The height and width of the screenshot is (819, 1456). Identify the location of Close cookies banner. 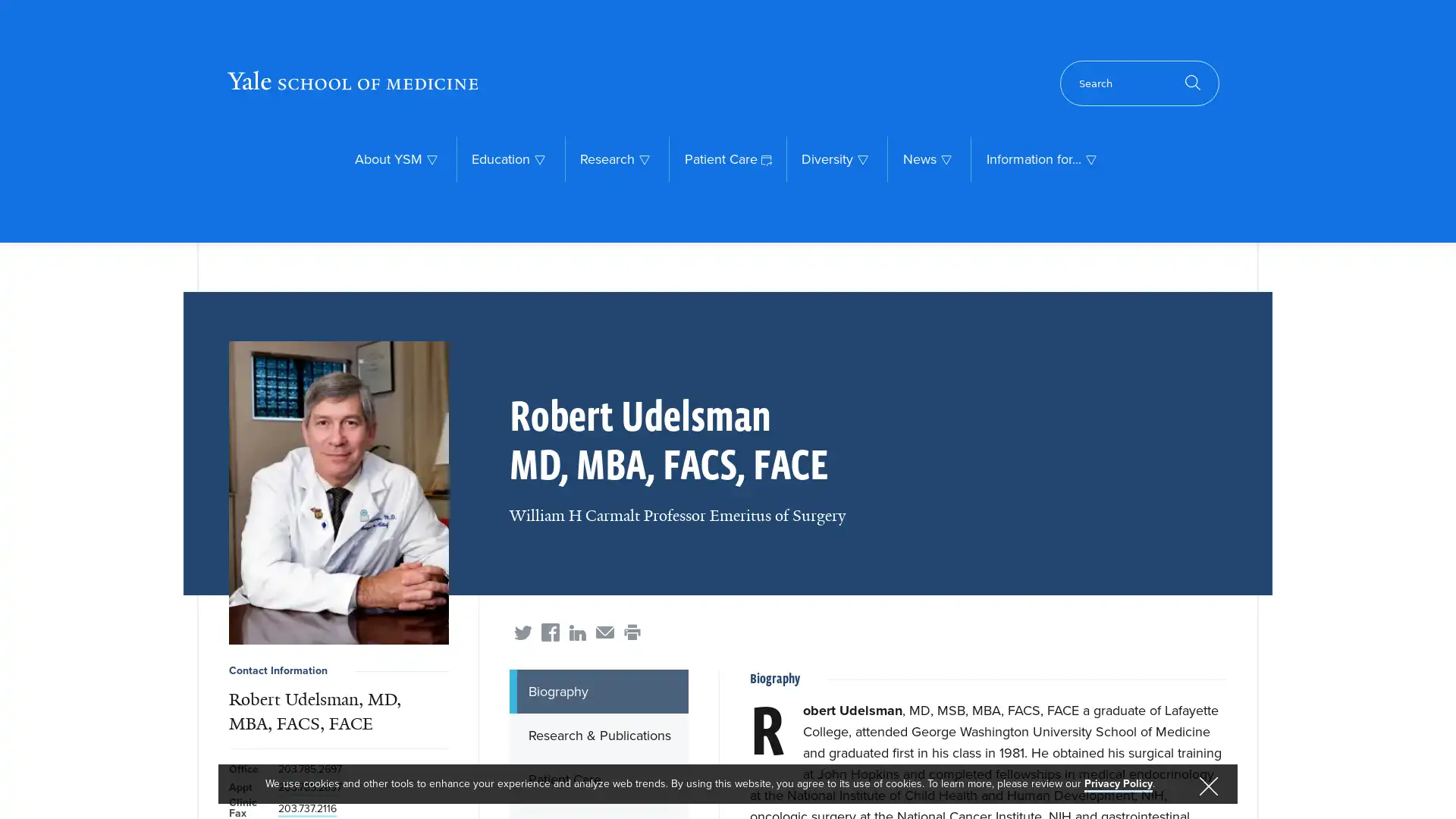
(1207, 786).